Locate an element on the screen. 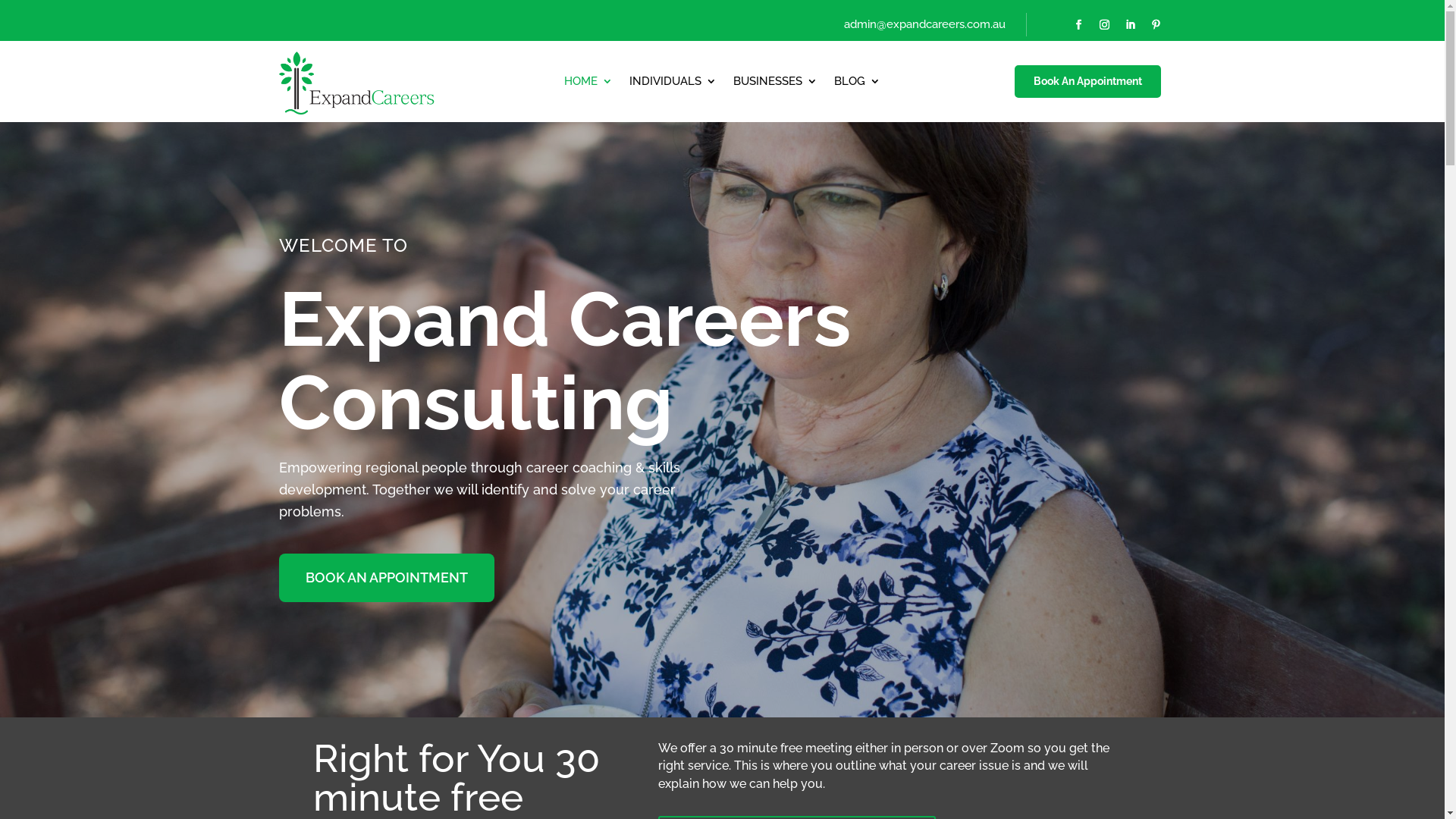 Image resolution: width=1456 pixels, height=819 pixels. 'BLOG' is located at coordinates (857, 84).